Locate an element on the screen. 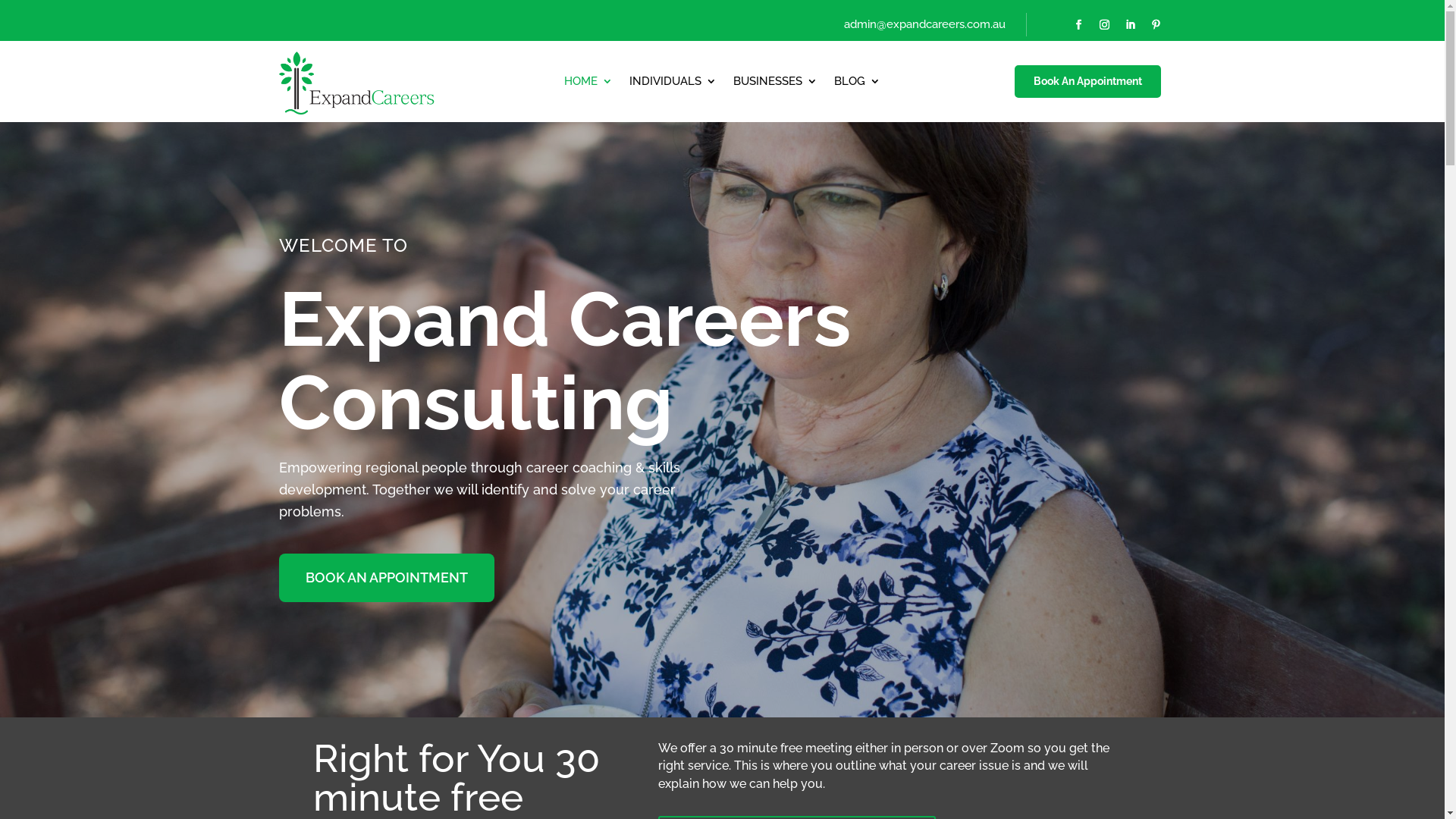 Image resolution: width=1456 pixels, height=819 pixels. 'BLOG' is located at coordinates (857, 84).